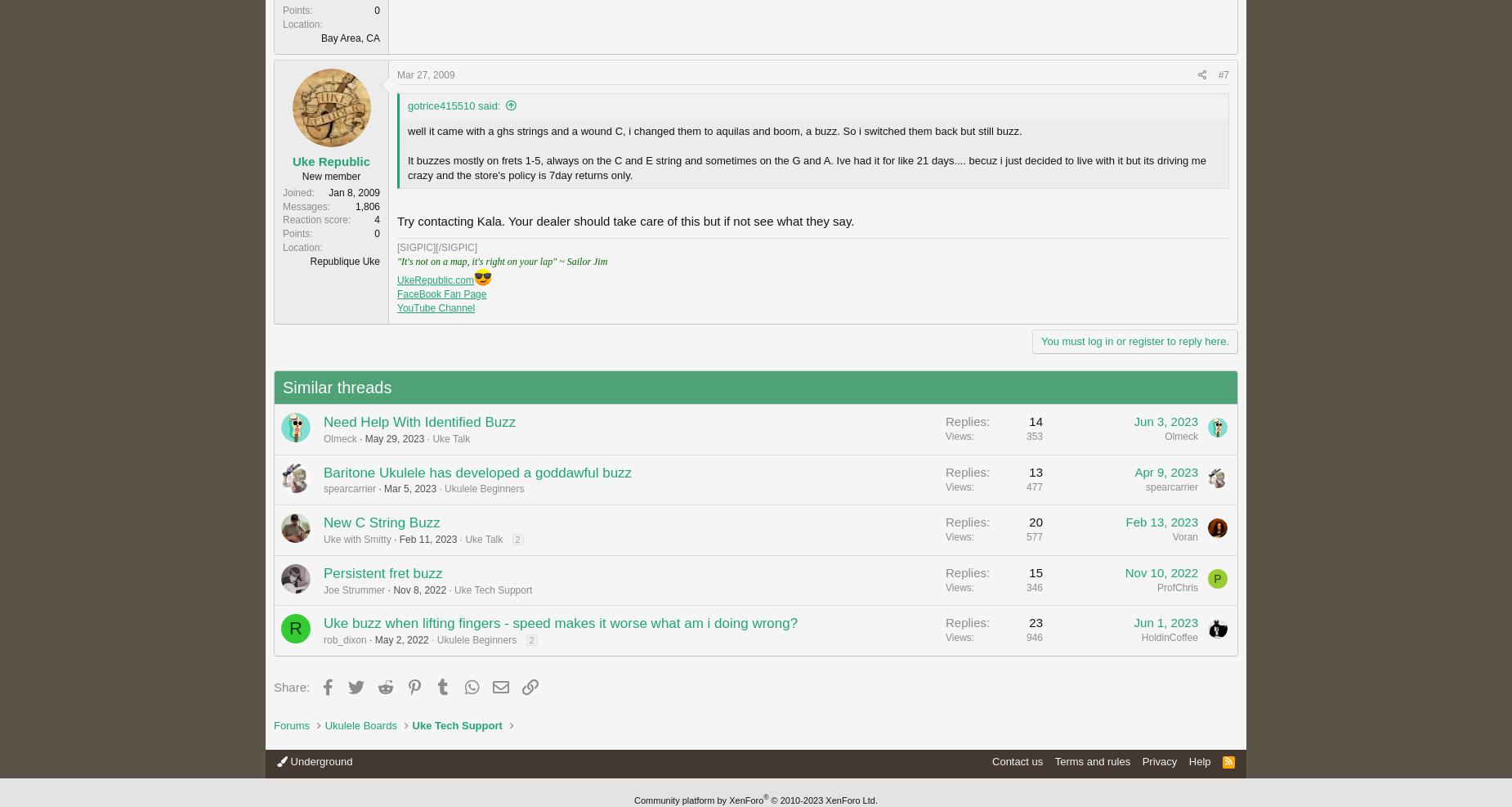 This screenshot has width=1512, height=807. Describe the element at coordinates (454, 105) in the screenshot. I see `'gotrice415510 said:'` at that location.